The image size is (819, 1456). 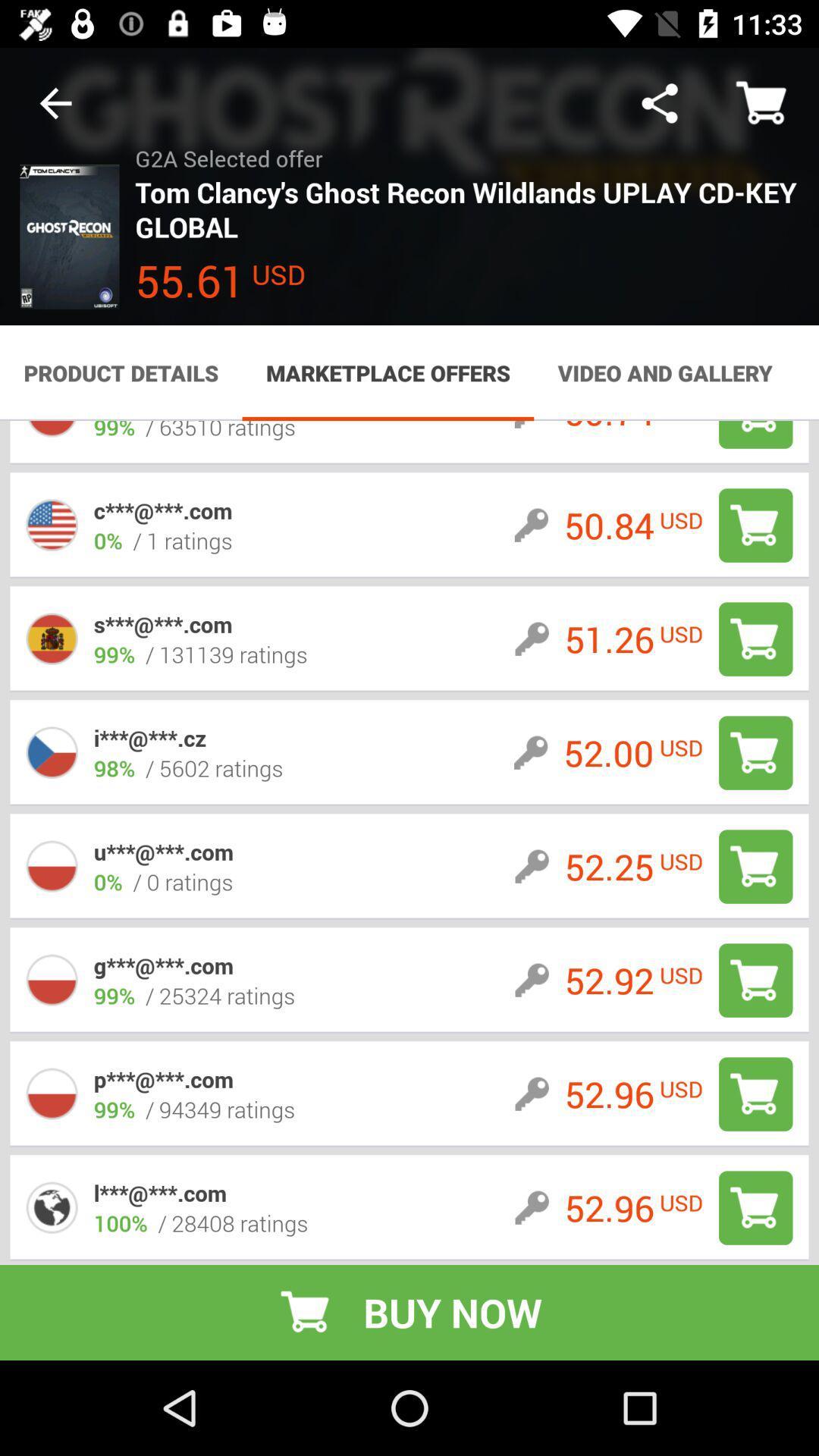 I want to click on go do bachres, so click(x=755, y=980).